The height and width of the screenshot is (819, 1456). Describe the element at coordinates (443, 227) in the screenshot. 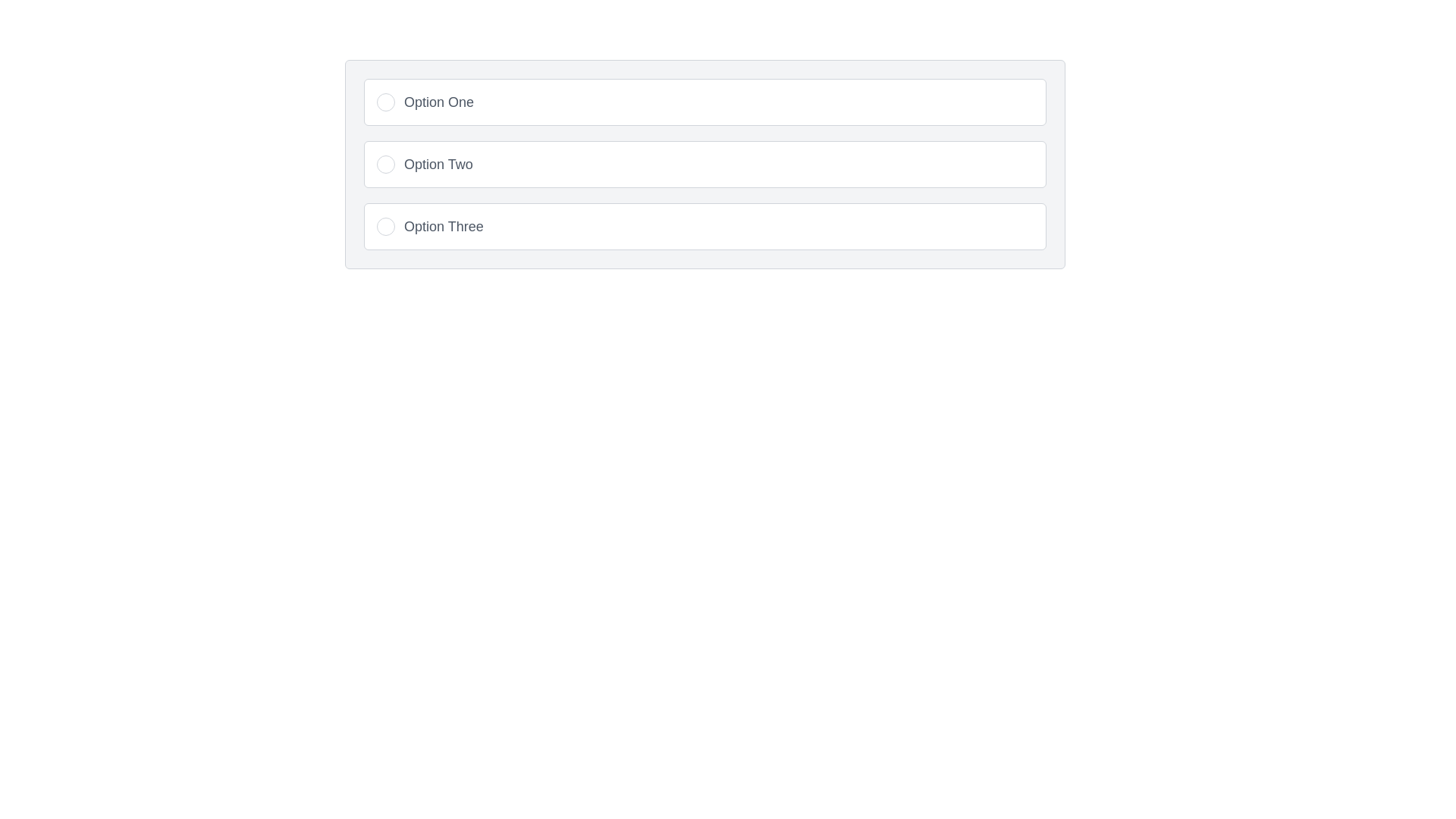

I see `the Text Label that describes one of the selectable options in the form or list interface, positioned last in the vertically organized list with a circular marking on its left side` at that location.